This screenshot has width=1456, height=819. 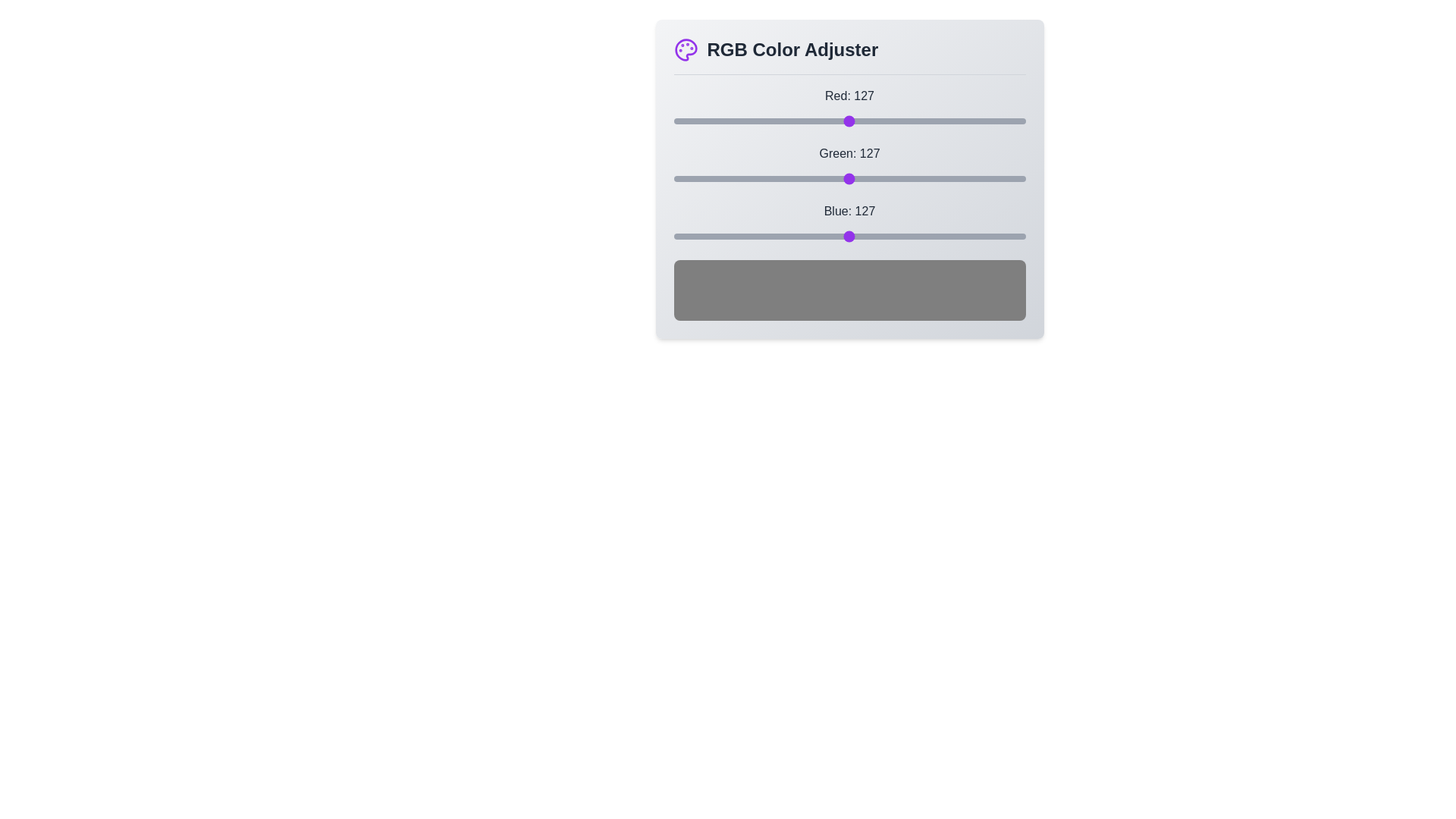 I want to click on the green slider to set the green value to 40, so click(x=729, y=177).